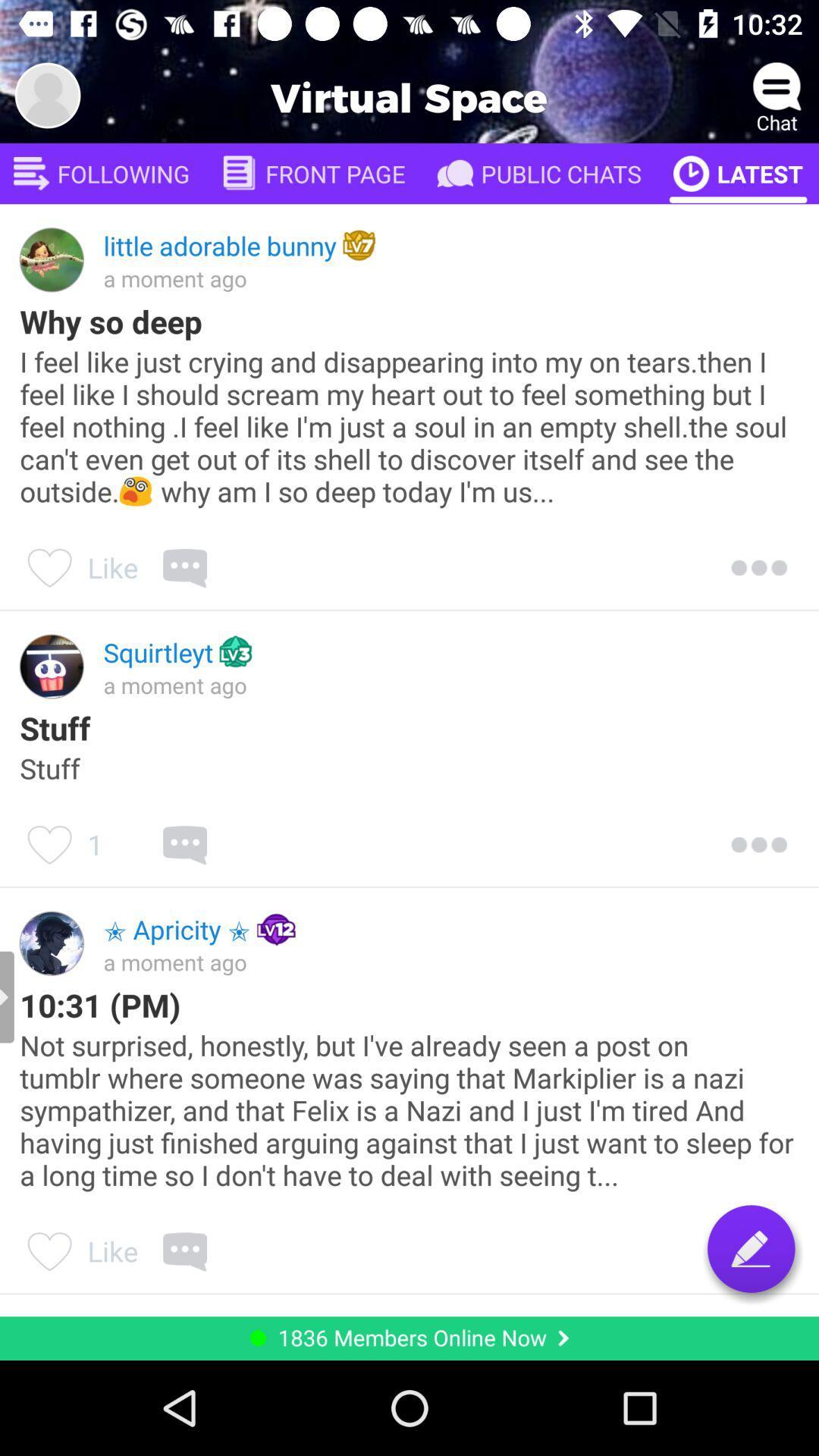 Image resolution: width=819 pixels, height=1456 pixels. What do you see at coordinates (751, 1248) in the screenshot?
I see `message enter` at bounding box center [751, 1248].